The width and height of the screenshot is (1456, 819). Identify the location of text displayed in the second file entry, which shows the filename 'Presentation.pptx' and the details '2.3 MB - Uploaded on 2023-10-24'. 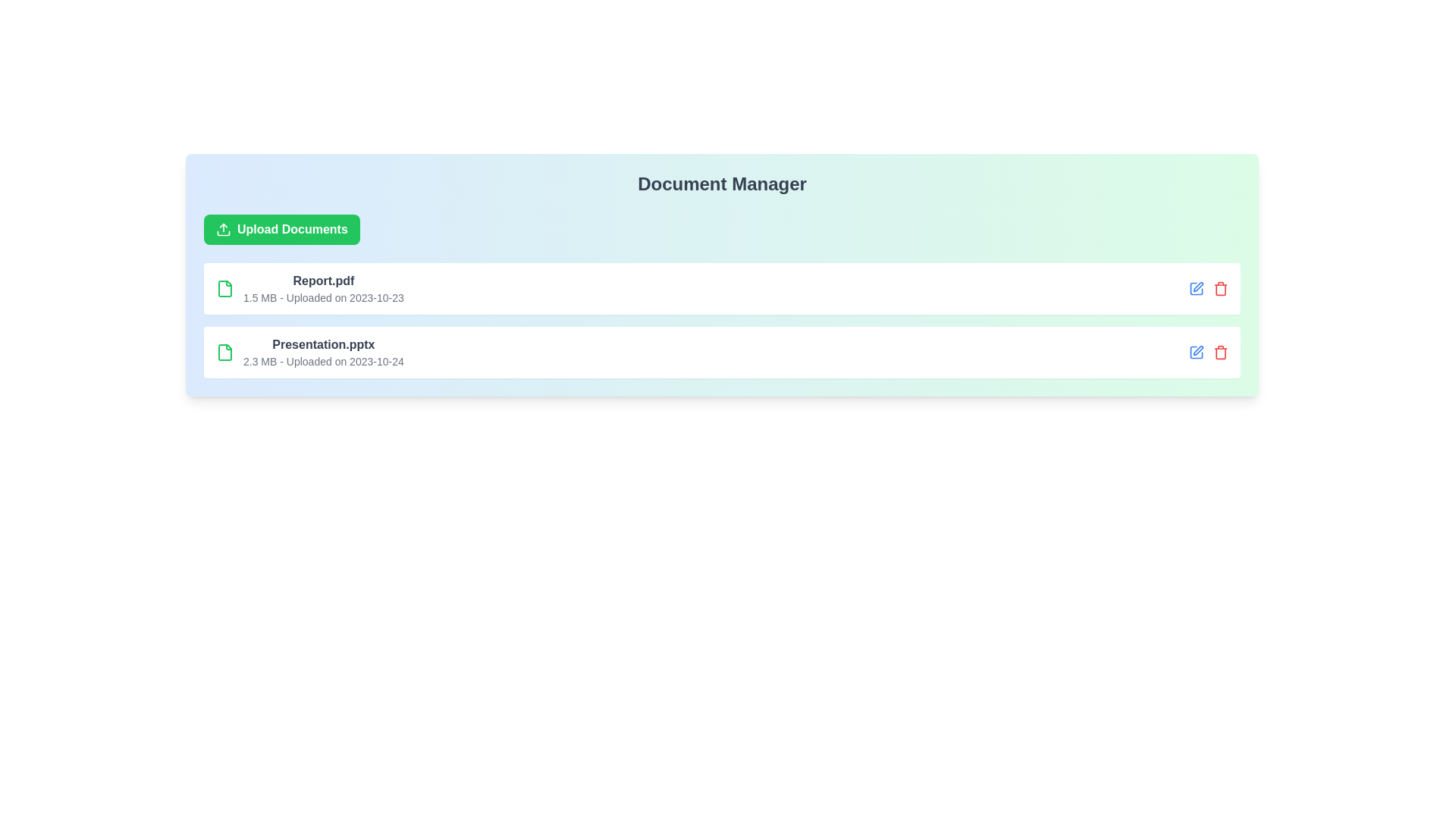
(322, 353).